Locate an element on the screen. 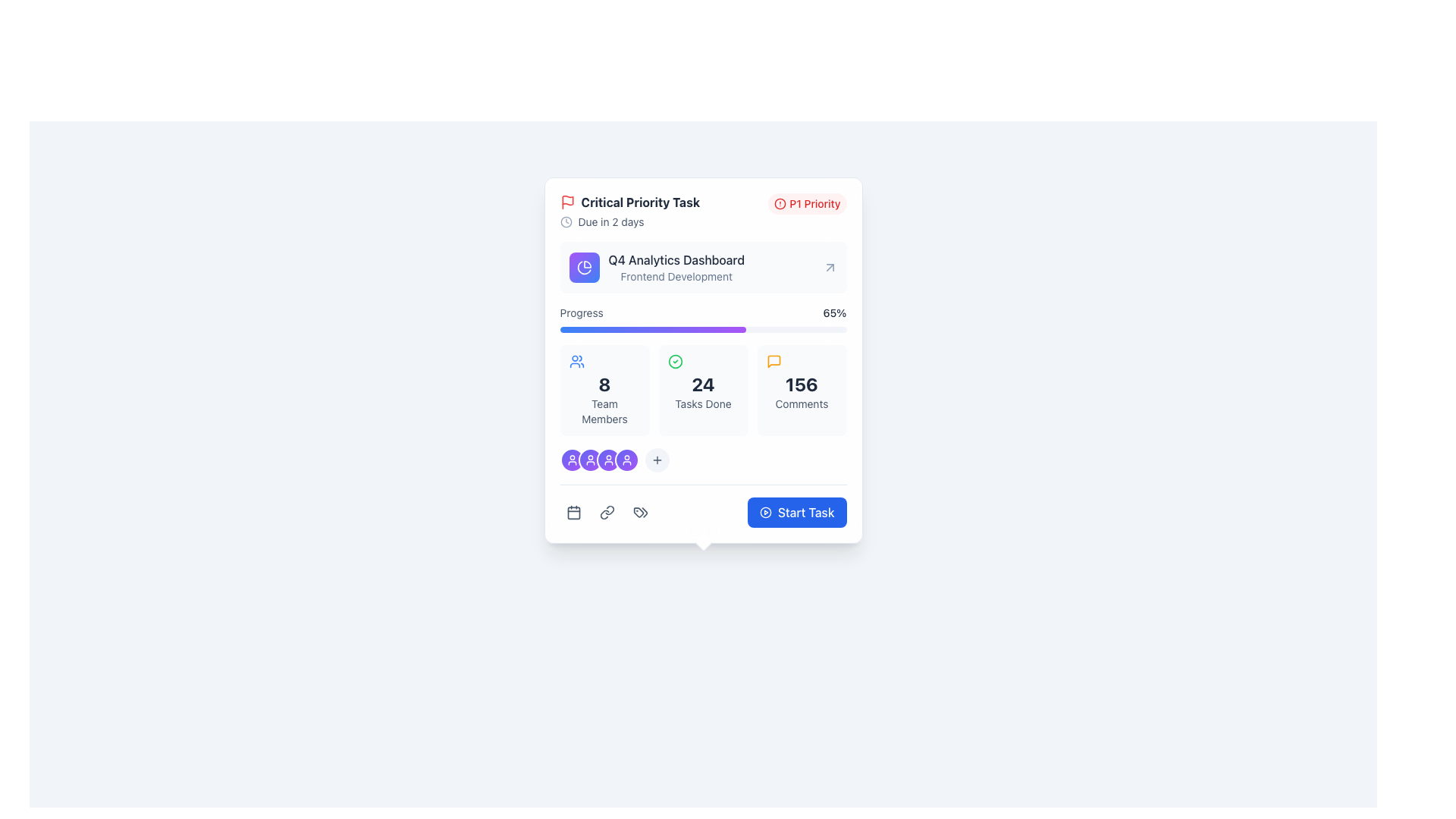 This screenshot has height=819, width=1456. the critical priority task indicator icon located to the left of the text 'Critical Priority Task' in the header section is located at coordinates (566, 201).